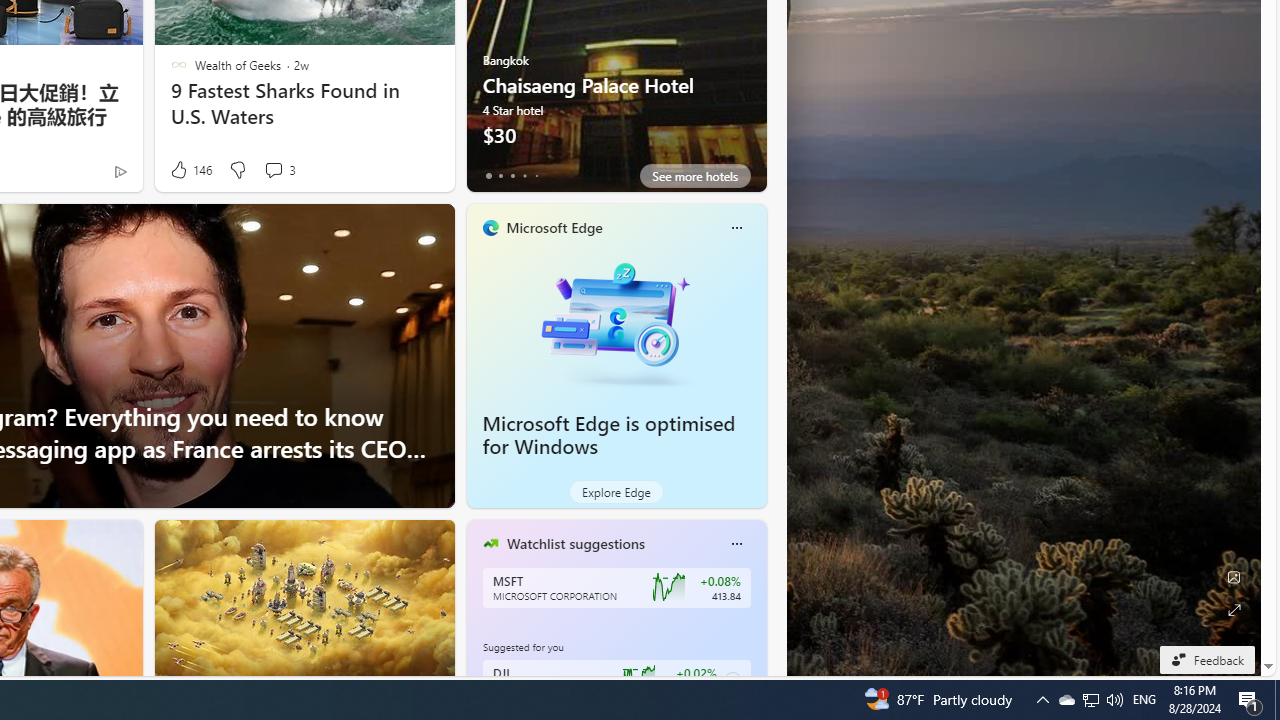  Describe the element at coordinates (695, 175) in the screenshot. I see `'See more hotels'` at that location.